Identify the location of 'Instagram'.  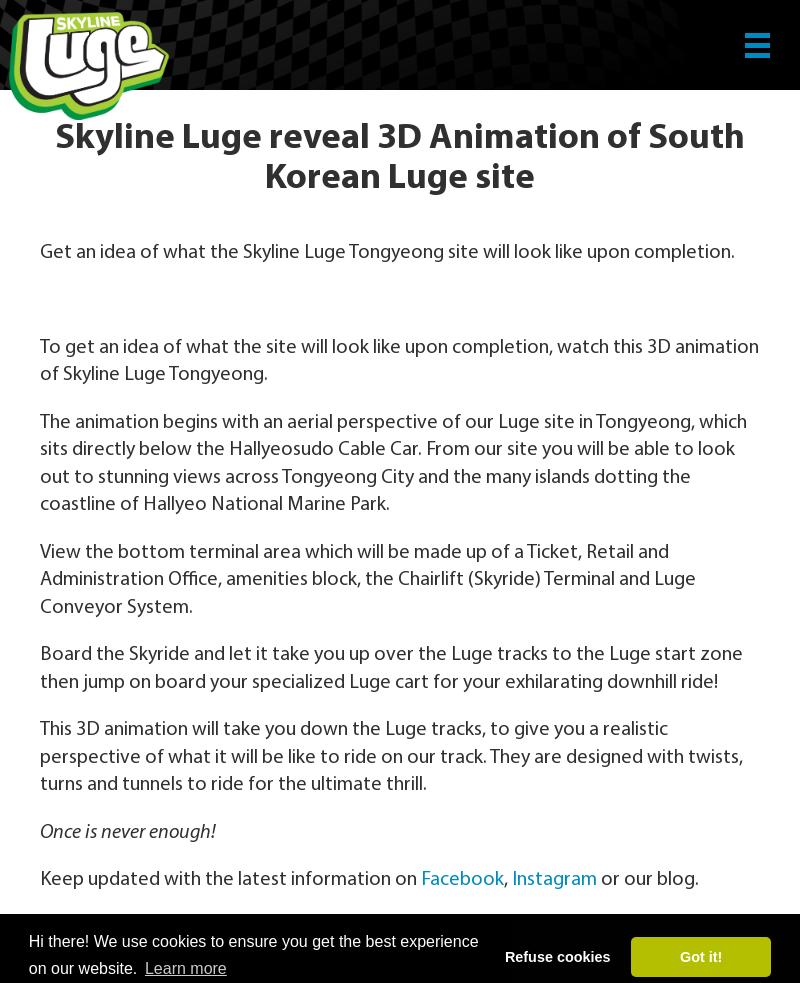
(511, 879).